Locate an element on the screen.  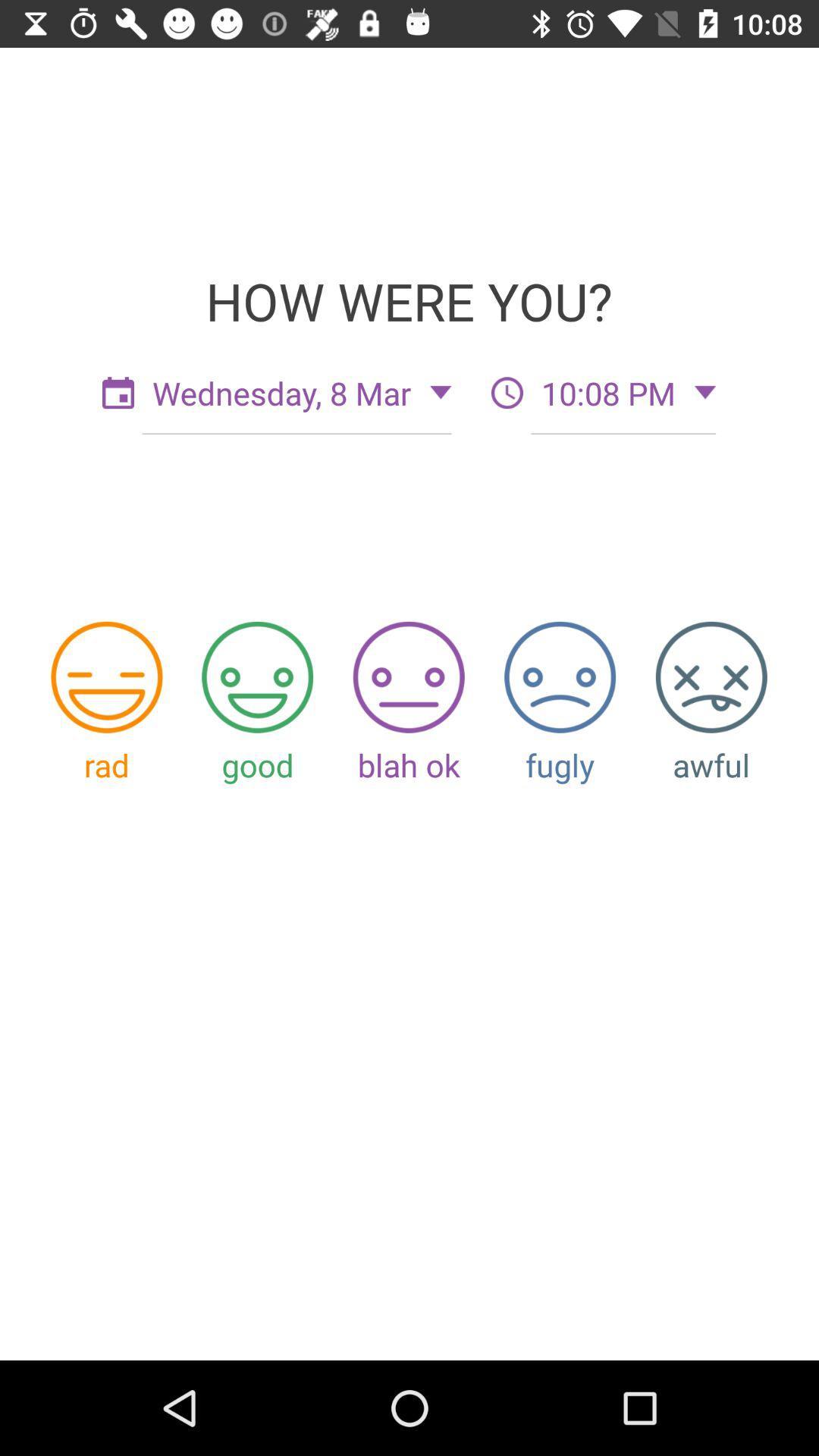
the date_range icon is located at coordinates (117, 393).